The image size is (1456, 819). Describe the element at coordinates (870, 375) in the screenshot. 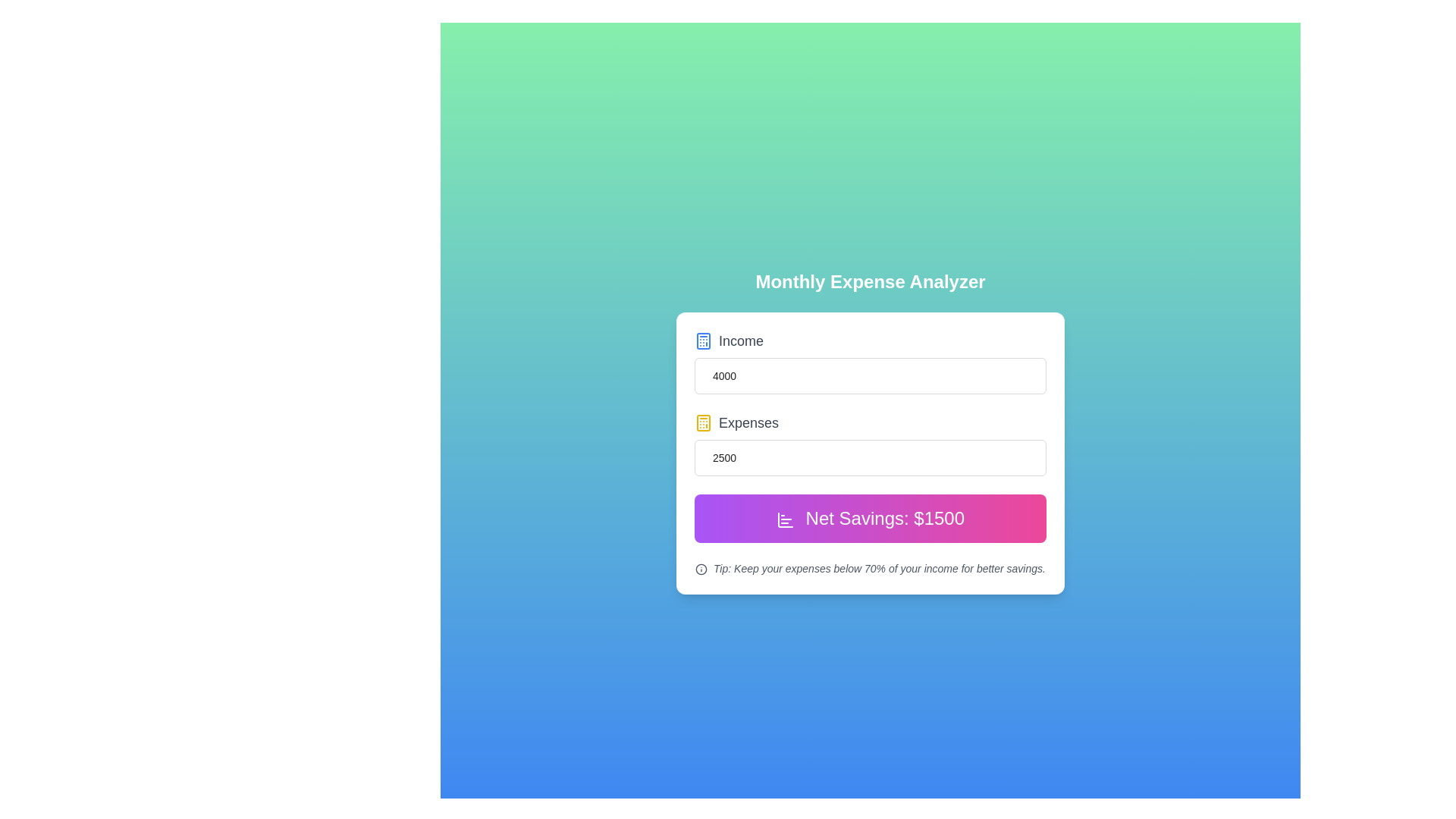

I see `the numeric input field for 'Income' located in the upper part of the white panel to focus the field` at that location.